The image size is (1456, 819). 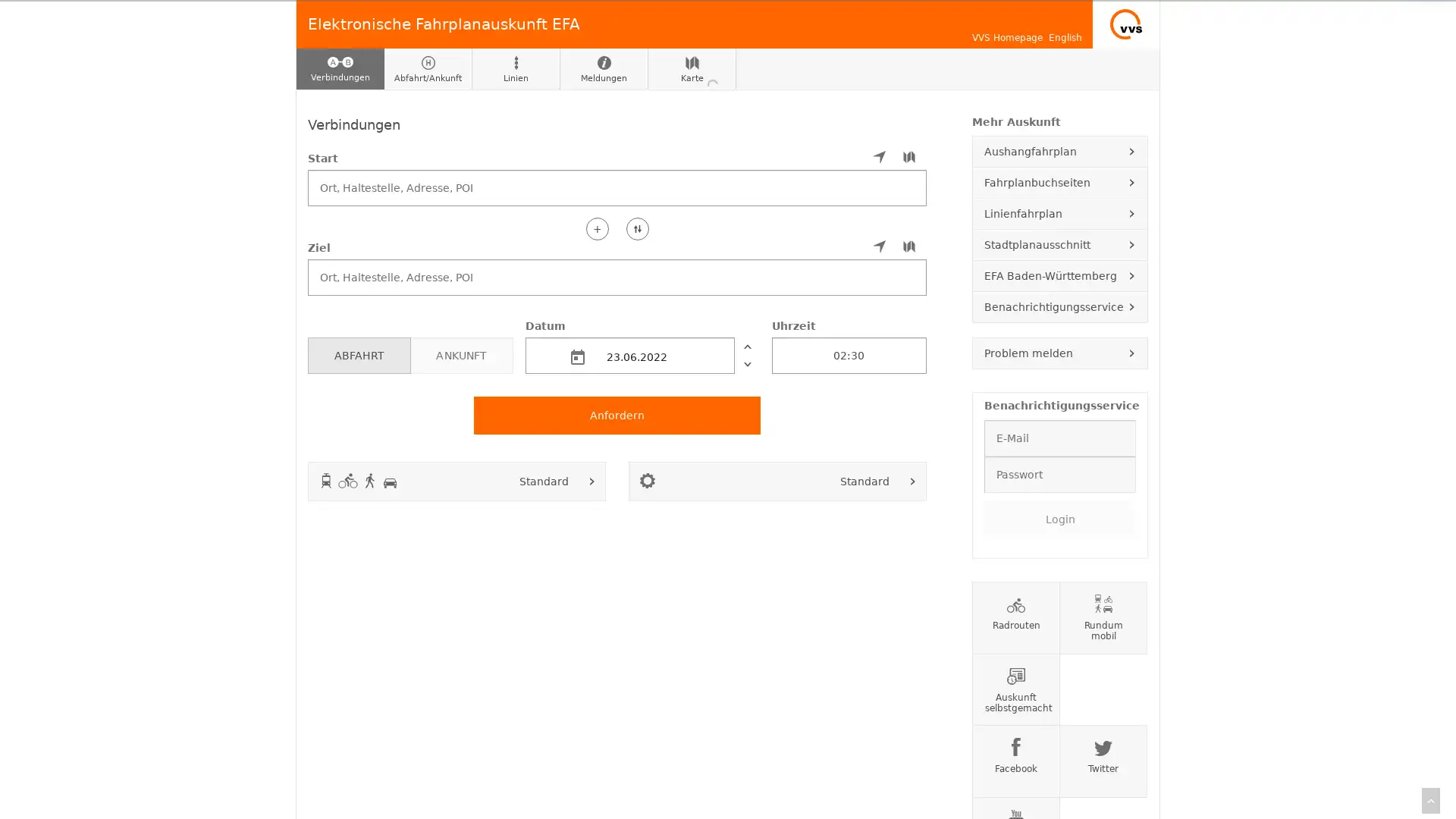 What do you see at coordinates (642, 345) in the screenshot?
I see `Datum 23.06.2022 vorher nachher` at bounding box center [642, 345].